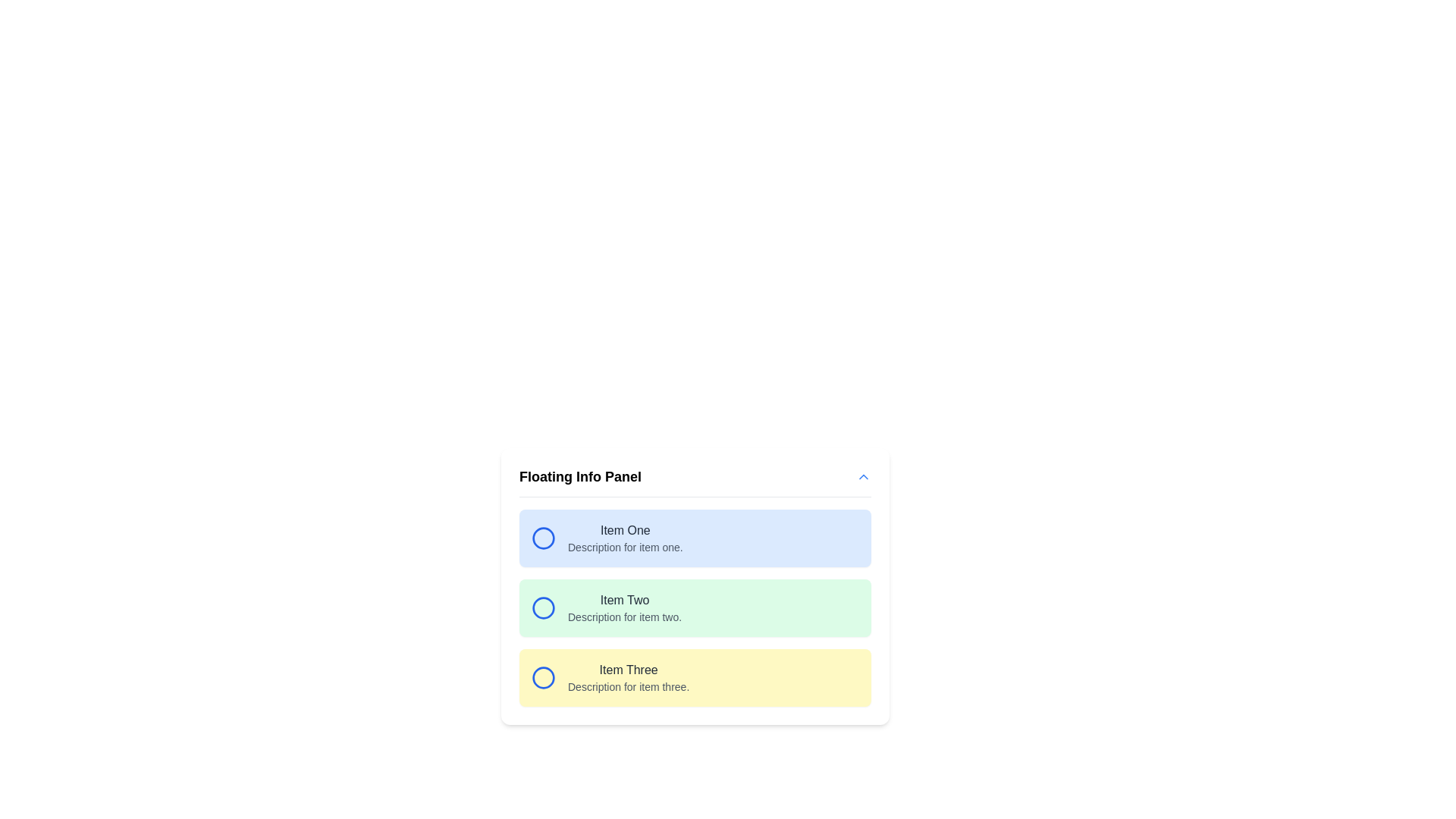  Describe the element at coordinates (694, 607) in the screenshot. I see `the second item in the list, which has a light green background and is titled 'Item Two'` at that location.